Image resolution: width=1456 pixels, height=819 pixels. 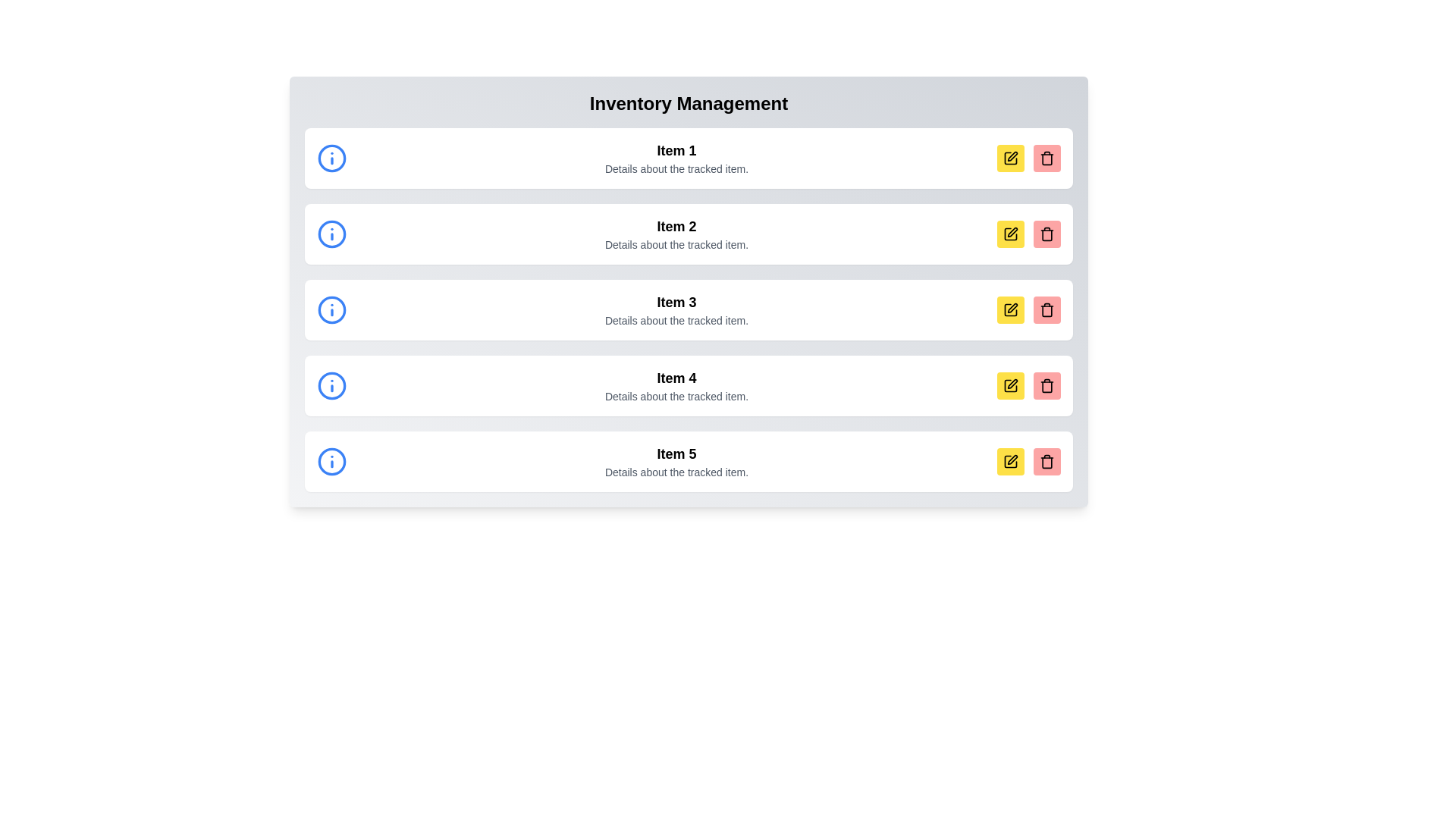 What do you see at coordinates (1011, 309) in the screenshot?
I see `the yellow pen icon button located in the fourth row under 'Inventory Management'` at bounding box center [1011, 309].